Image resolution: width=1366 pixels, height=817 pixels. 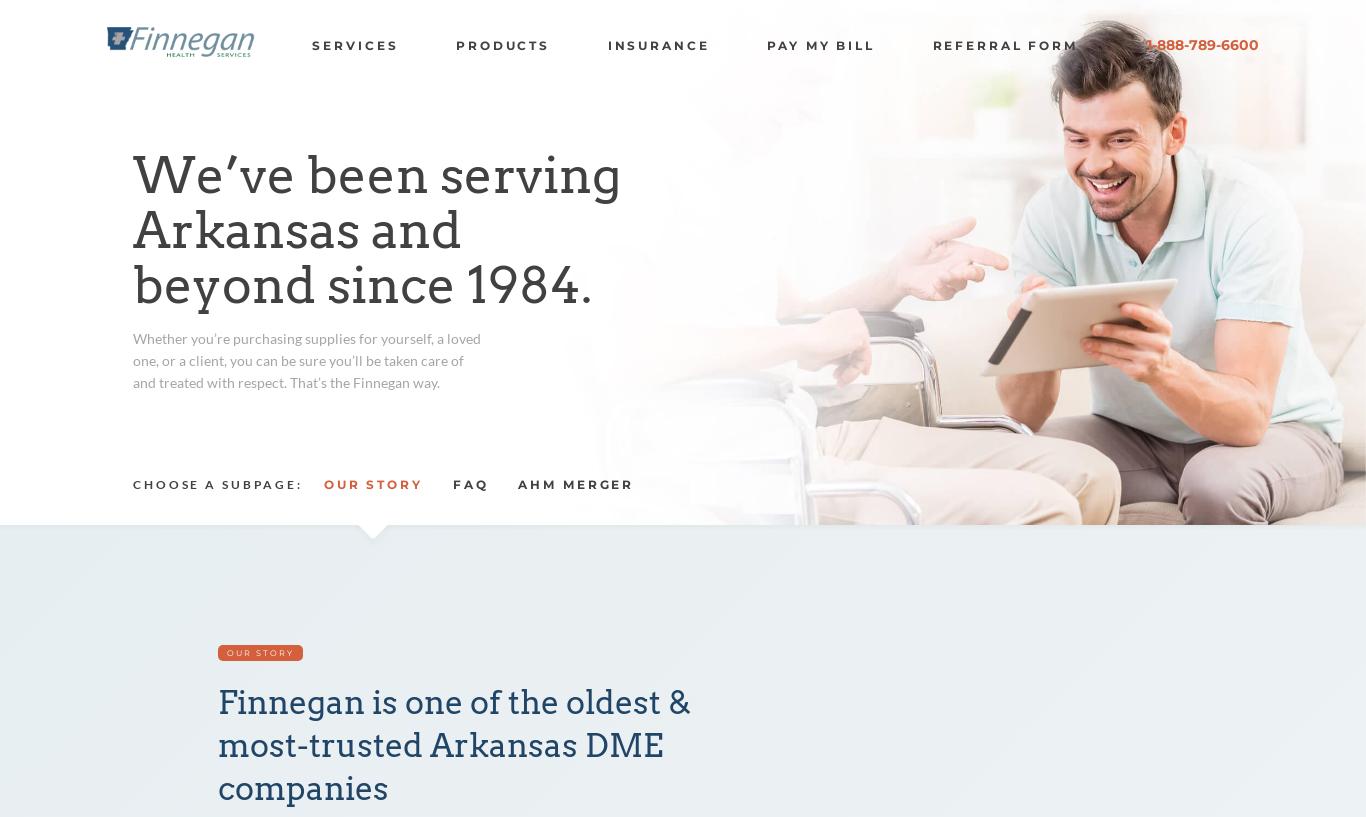 I want to click on 'AHM Merger', so click(x=517, y=484).